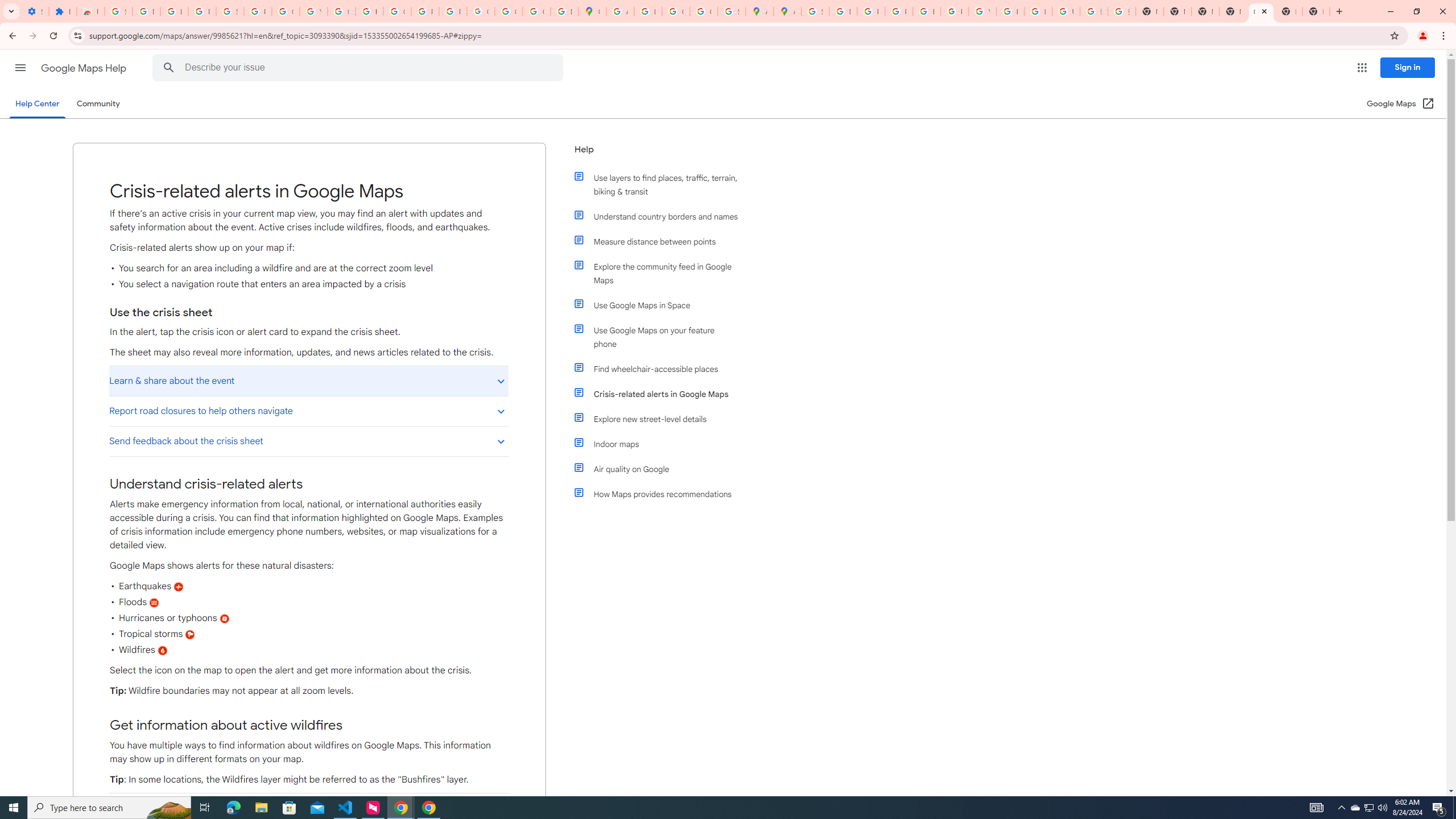  Describe the element at coordinates (146, 11) in the screenshot. I see `'Delete photos & videos - Computer - Google Photos Help'` at that location.